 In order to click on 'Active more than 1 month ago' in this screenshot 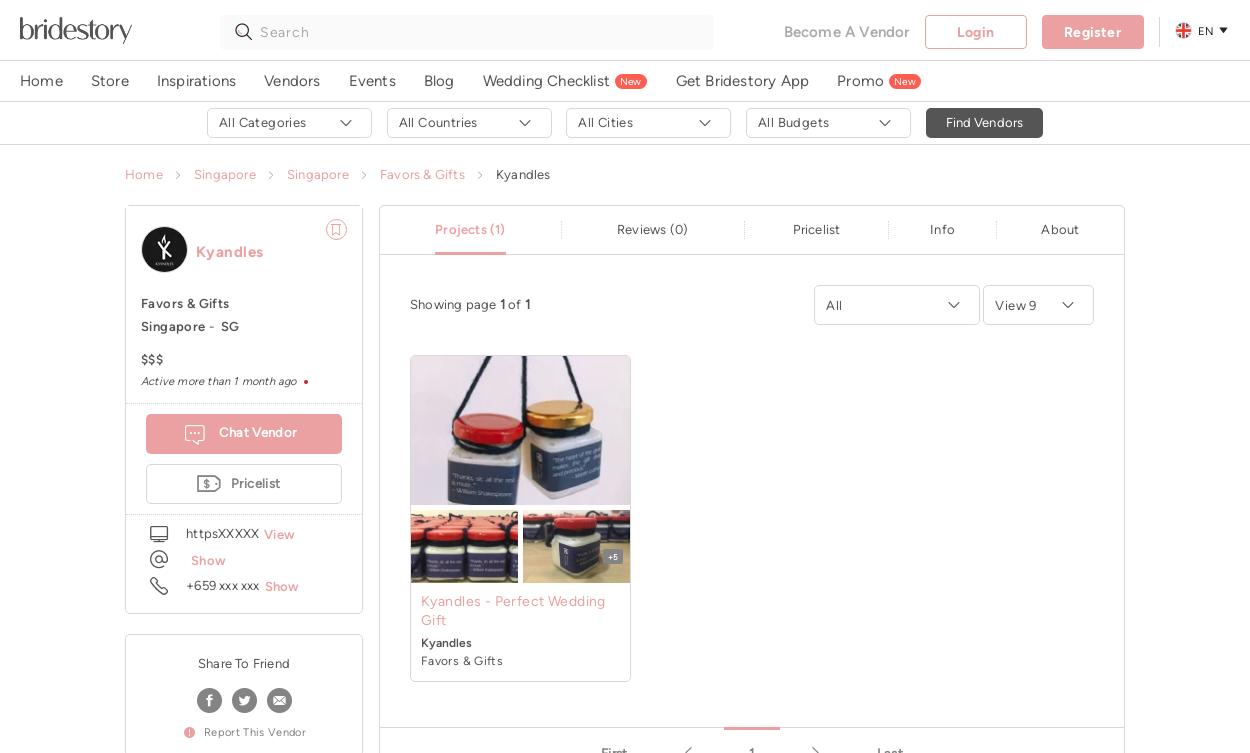, I will do `click(141, 380)`.